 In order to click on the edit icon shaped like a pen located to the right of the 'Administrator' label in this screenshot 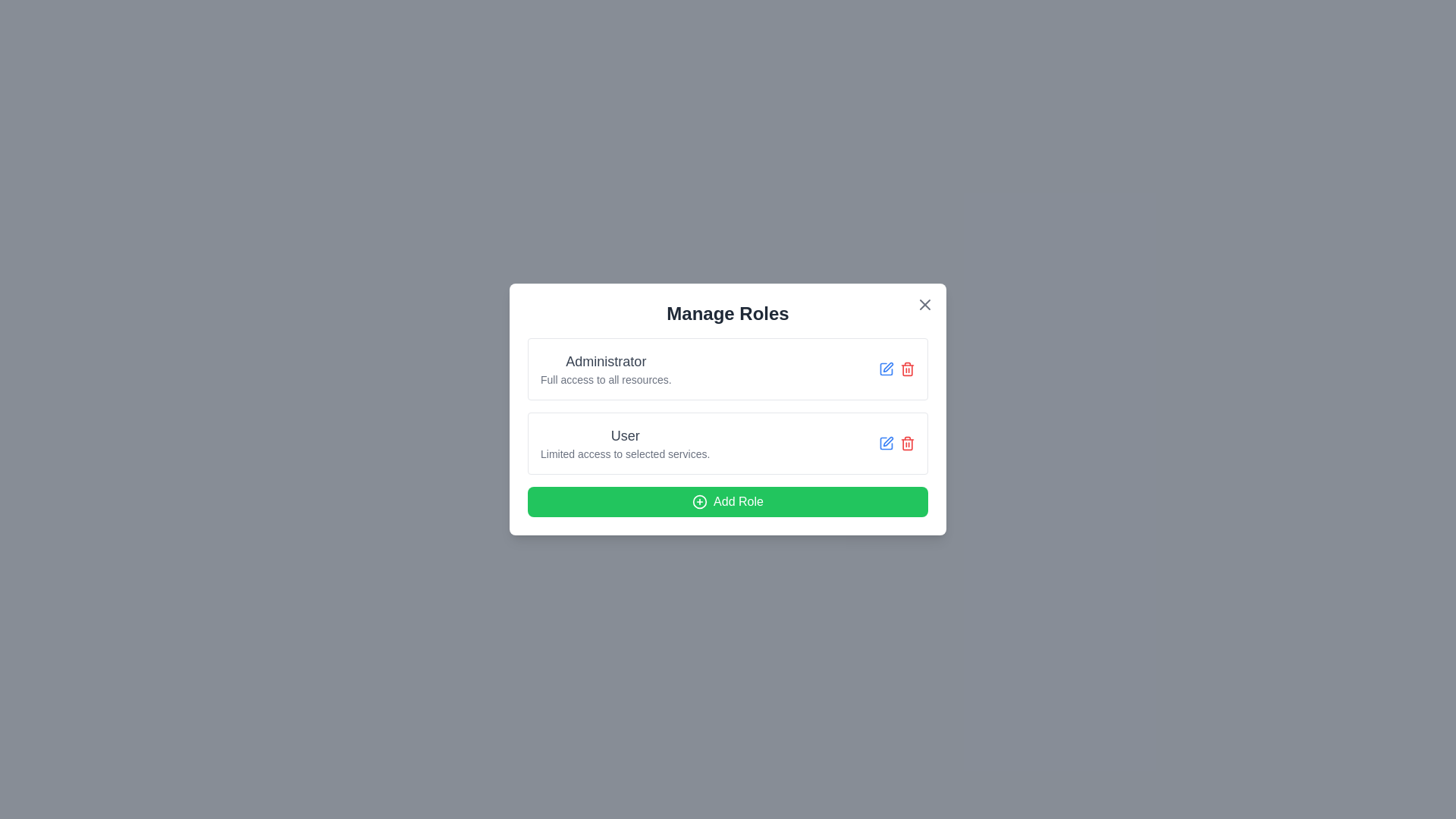, I will do `click(888, 367)`.